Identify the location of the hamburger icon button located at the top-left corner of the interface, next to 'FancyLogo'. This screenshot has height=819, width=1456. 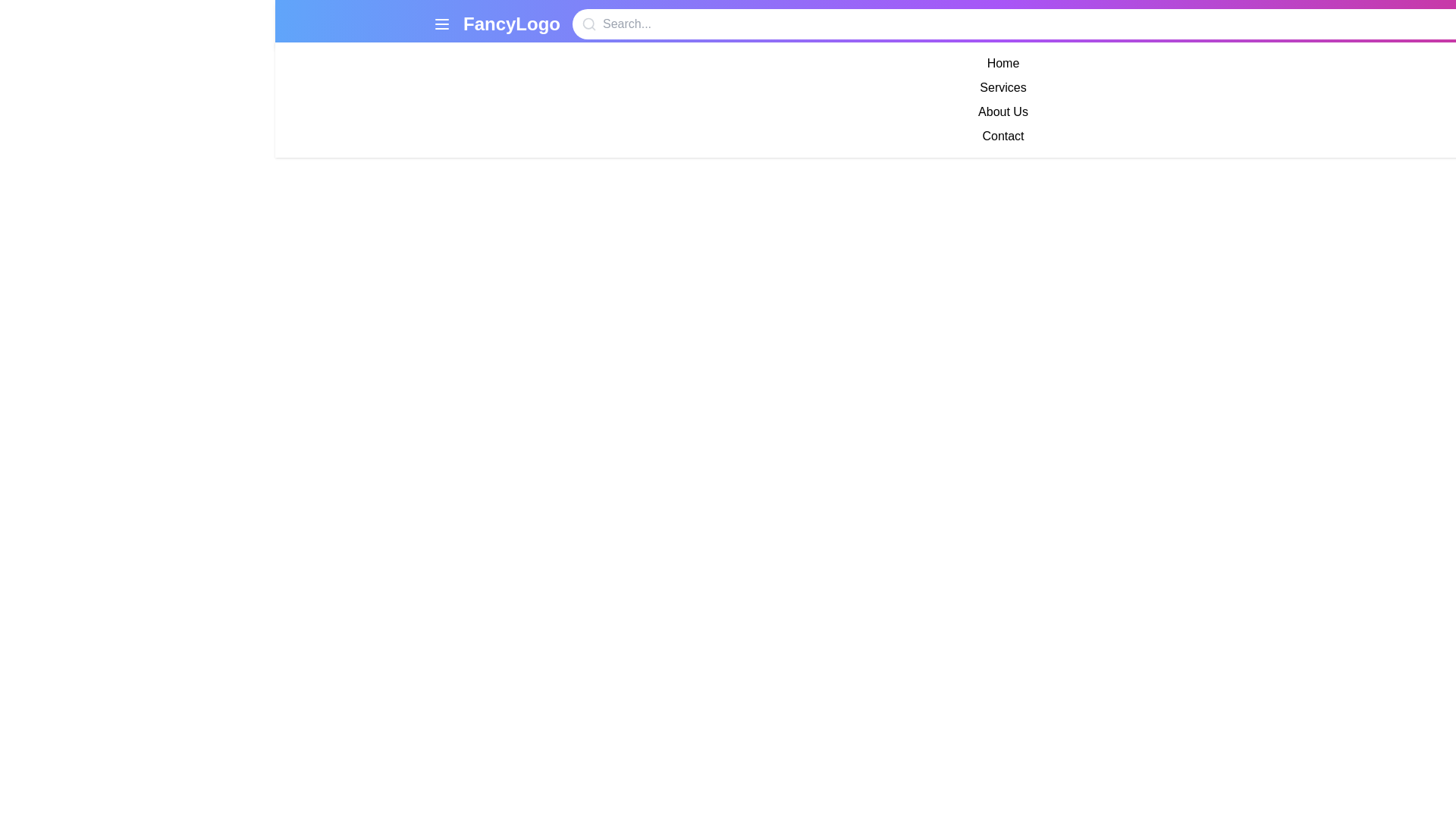
(441, 24).